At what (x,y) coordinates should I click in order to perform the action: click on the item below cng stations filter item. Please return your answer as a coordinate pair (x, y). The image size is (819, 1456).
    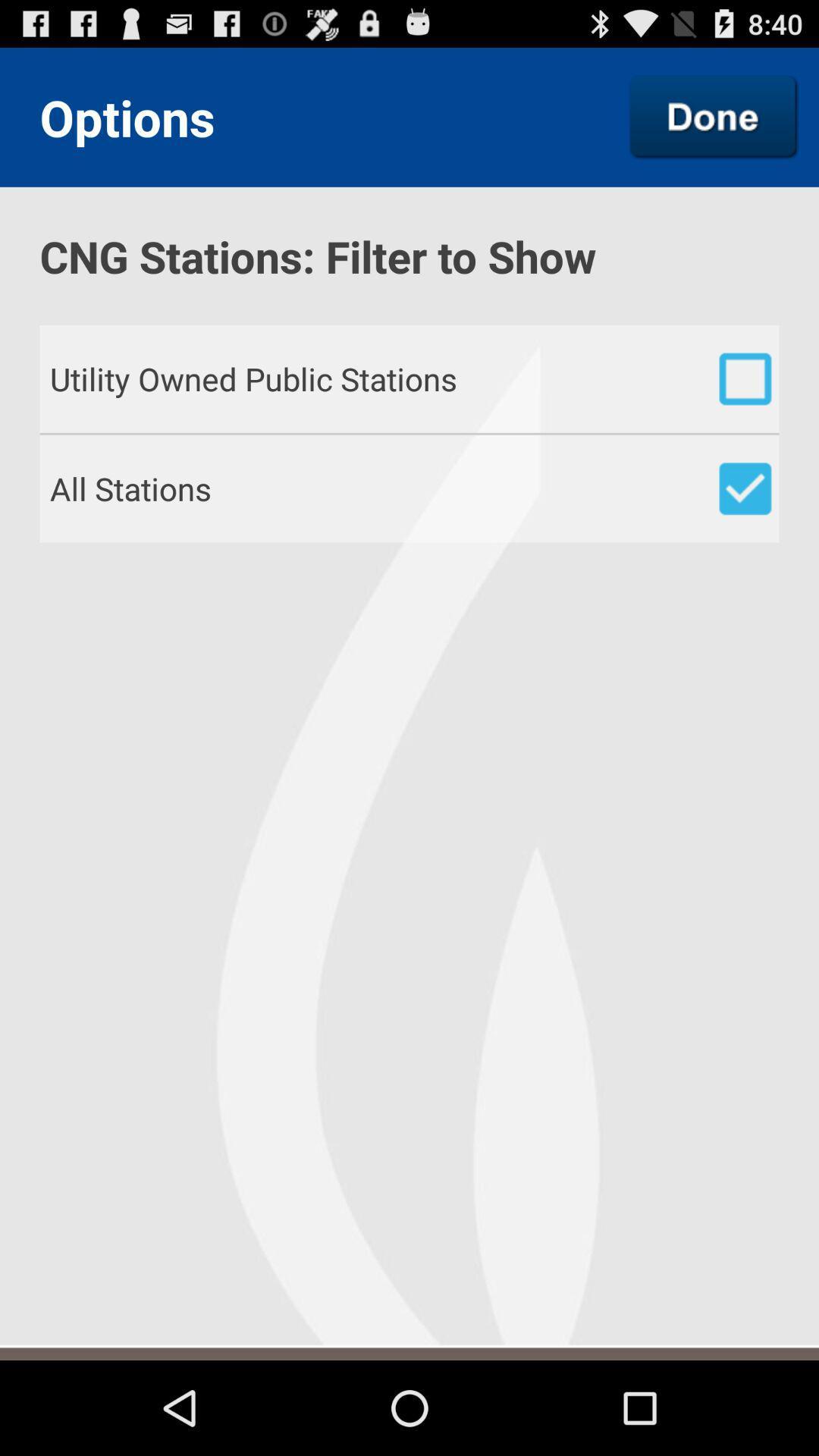
    Looking at the image, I should click on (409, 334).